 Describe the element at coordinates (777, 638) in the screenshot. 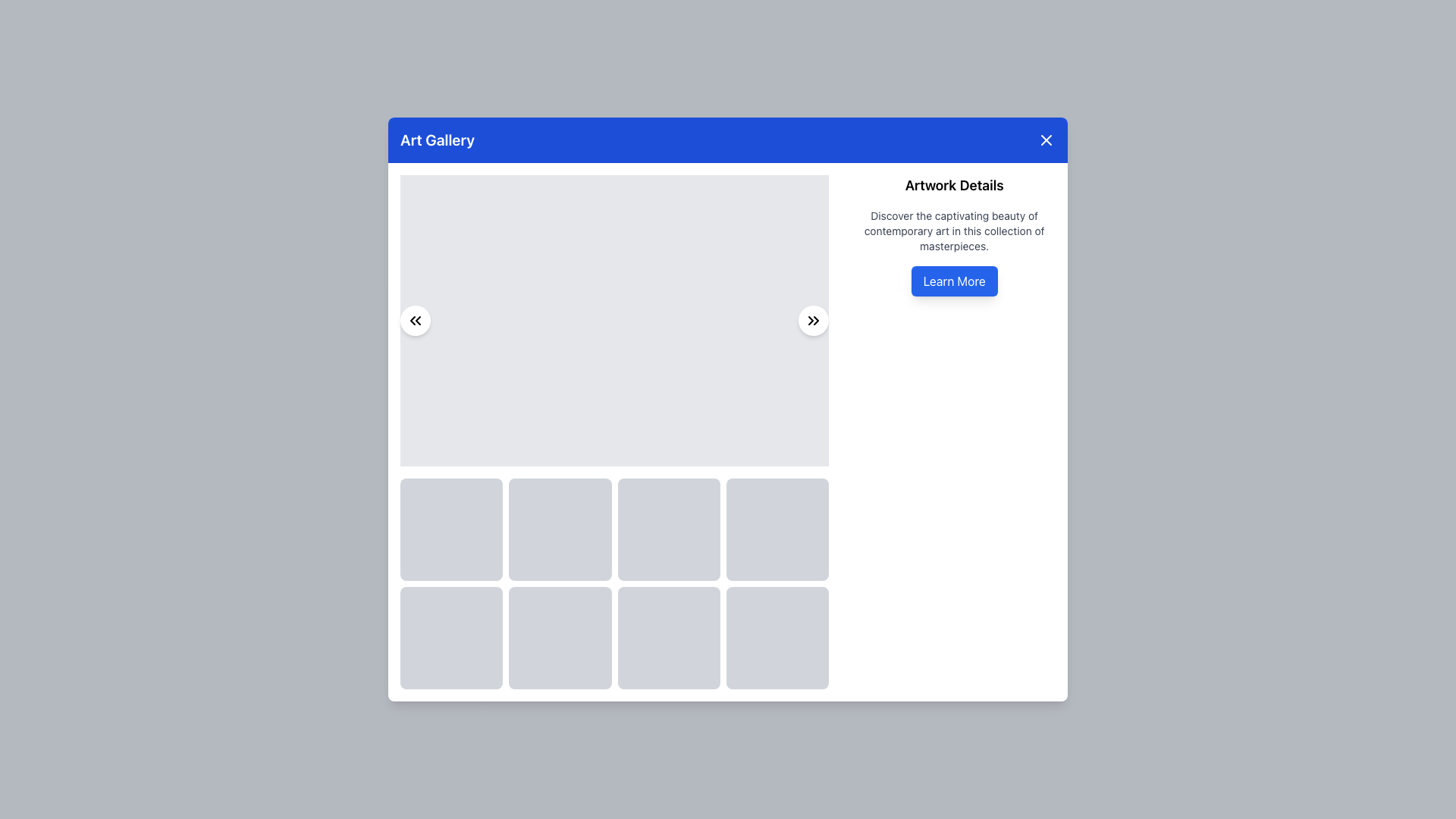

I see `the last square in the second row of a grid layout, which is styled with a gray color (bg-gray-300) and has a minimalist design` at that location.